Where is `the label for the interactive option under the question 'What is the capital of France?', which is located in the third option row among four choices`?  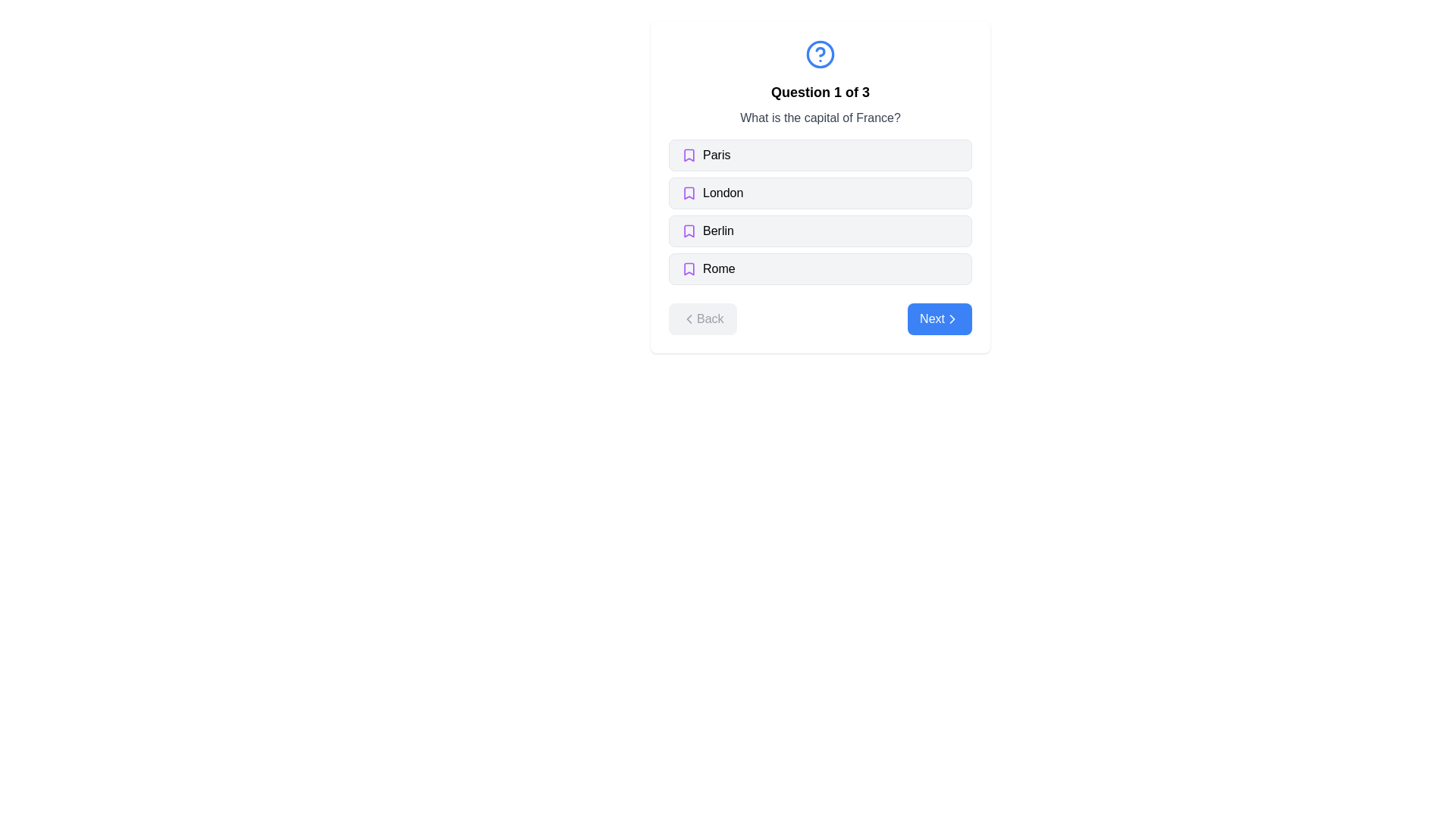 the label for the interactive option under the question 'What is the capital of France?', which is located in the third option row among four choices is located at coordinates (717, 231).